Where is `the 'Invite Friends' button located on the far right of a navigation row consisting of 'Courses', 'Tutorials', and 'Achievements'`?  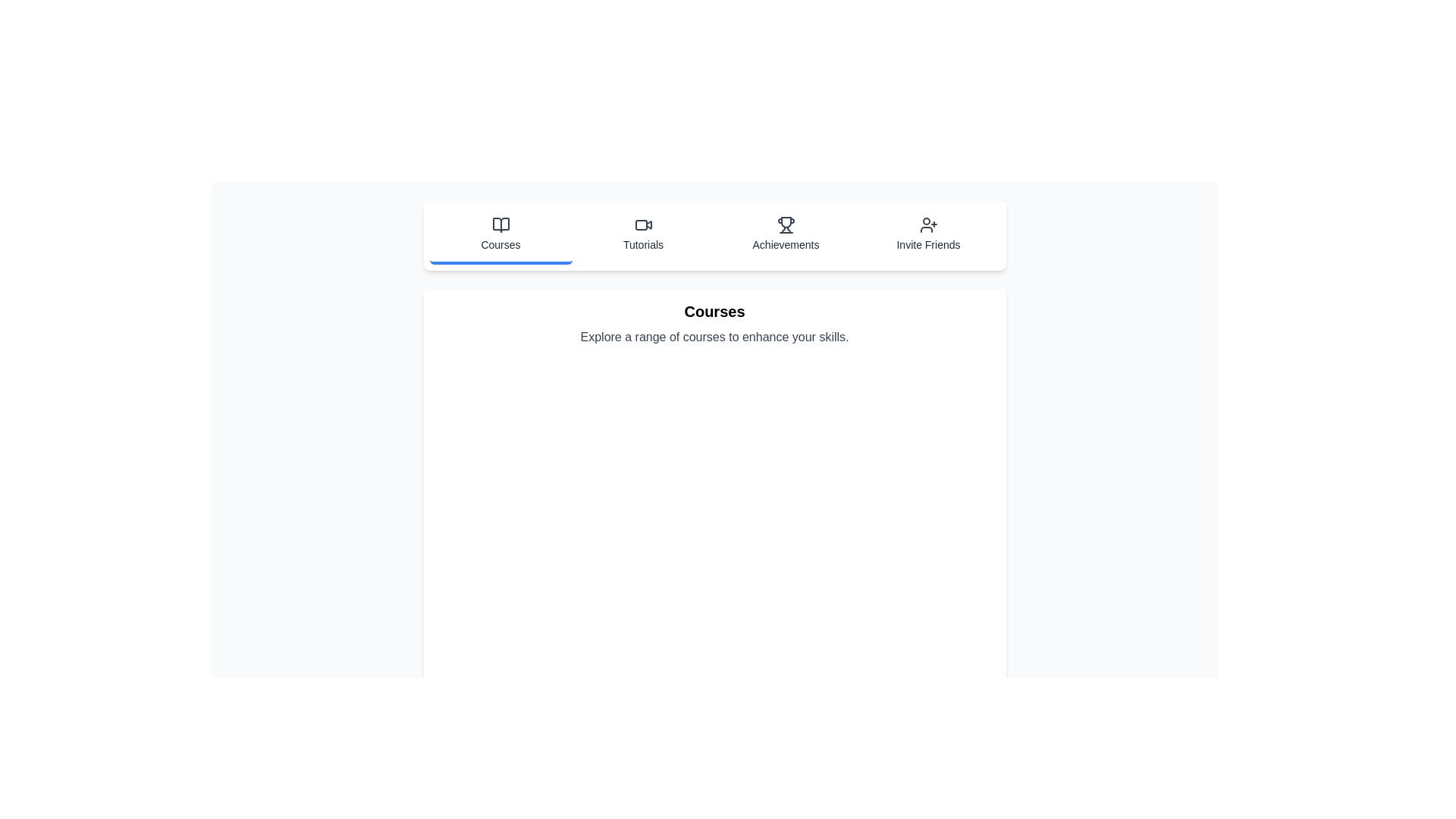
the 'Invite Friends' button located on the far right of a navigation row consisting of 'Courses', 'Tutorials', and 'Achievements' is located at coordinates (927, 236).